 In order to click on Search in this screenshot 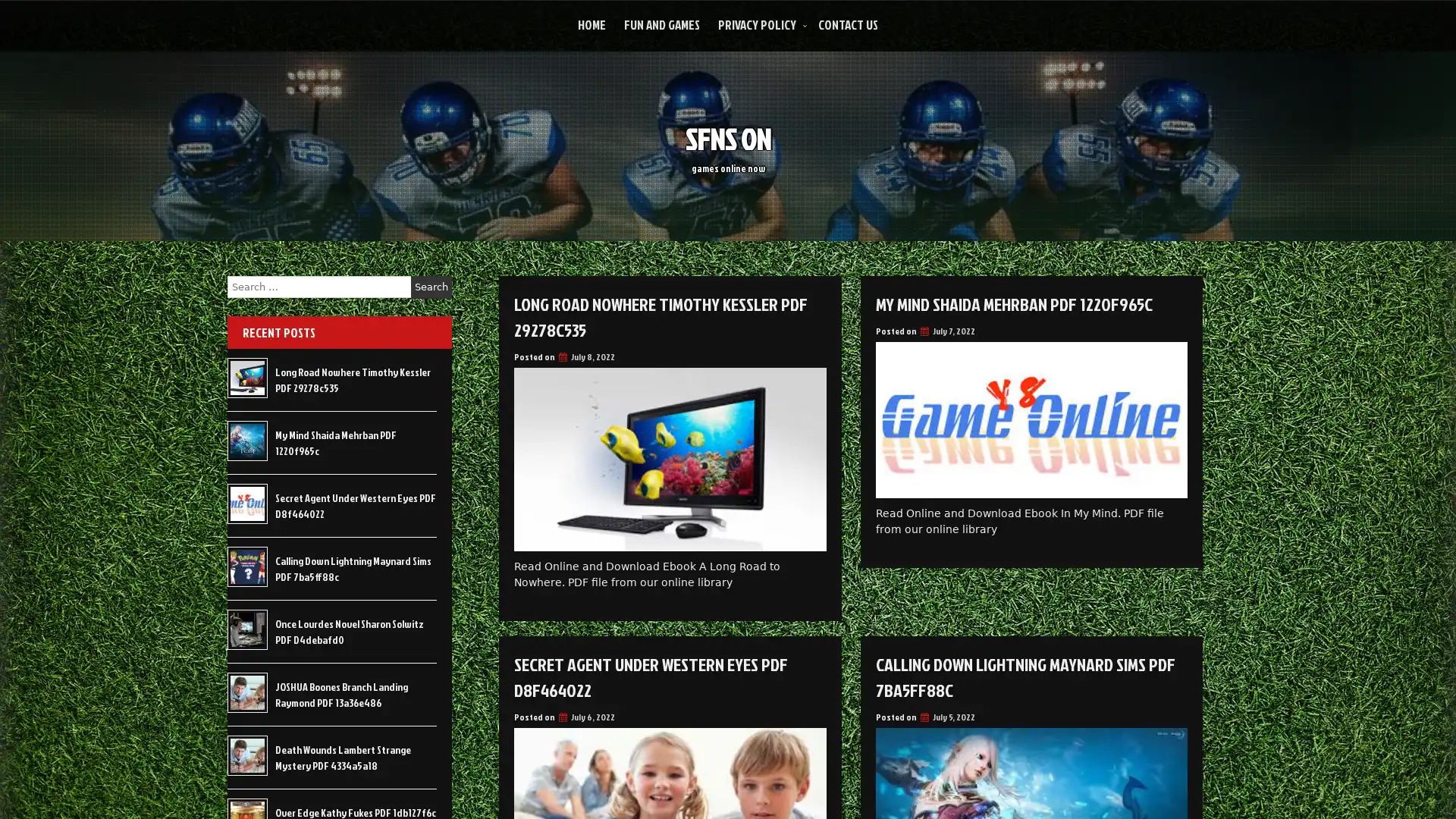, I will do `click(431, 287)`.